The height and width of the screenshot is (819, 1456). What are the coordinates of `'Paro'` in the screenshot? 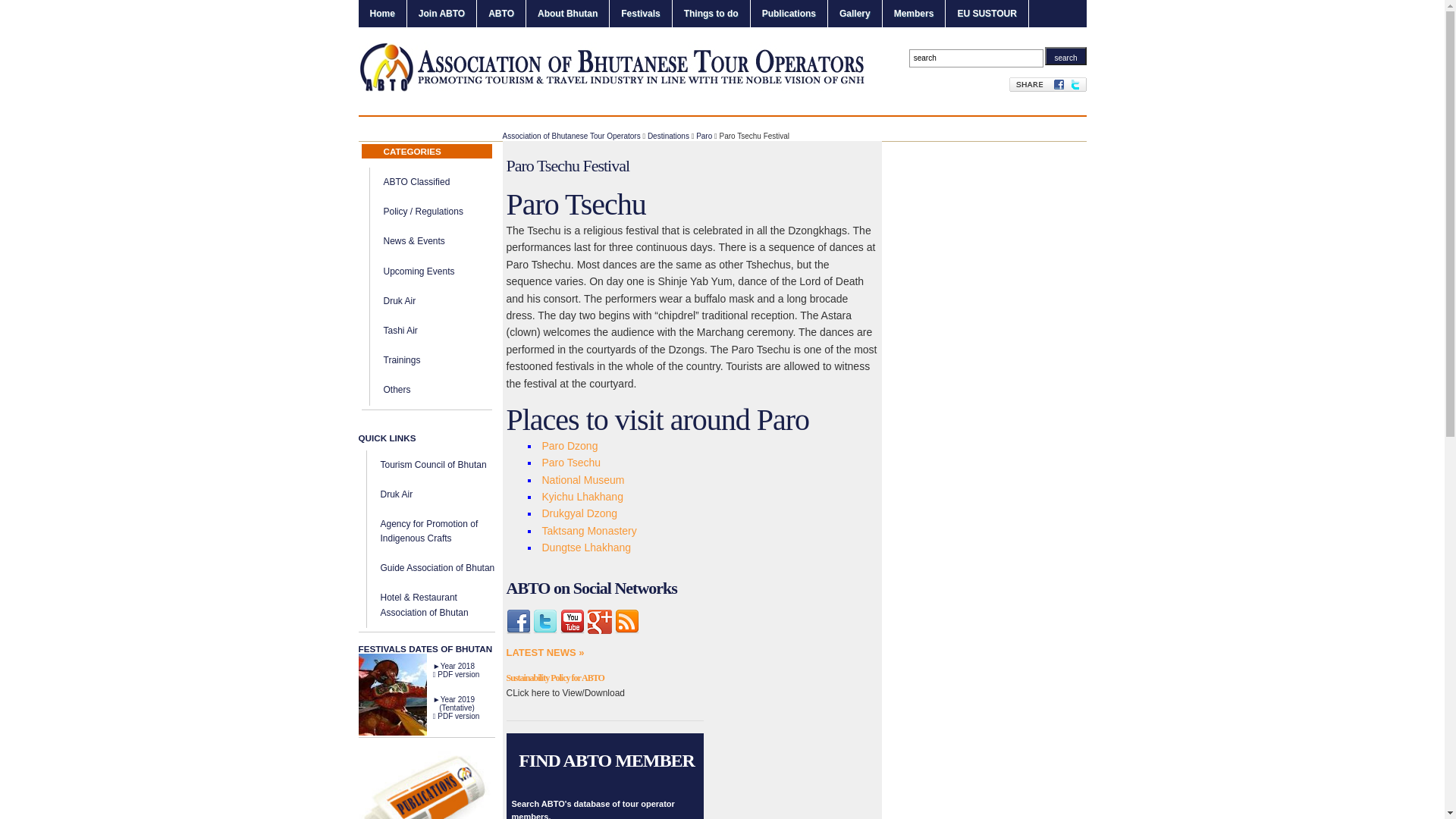 It's located at (703, 135).